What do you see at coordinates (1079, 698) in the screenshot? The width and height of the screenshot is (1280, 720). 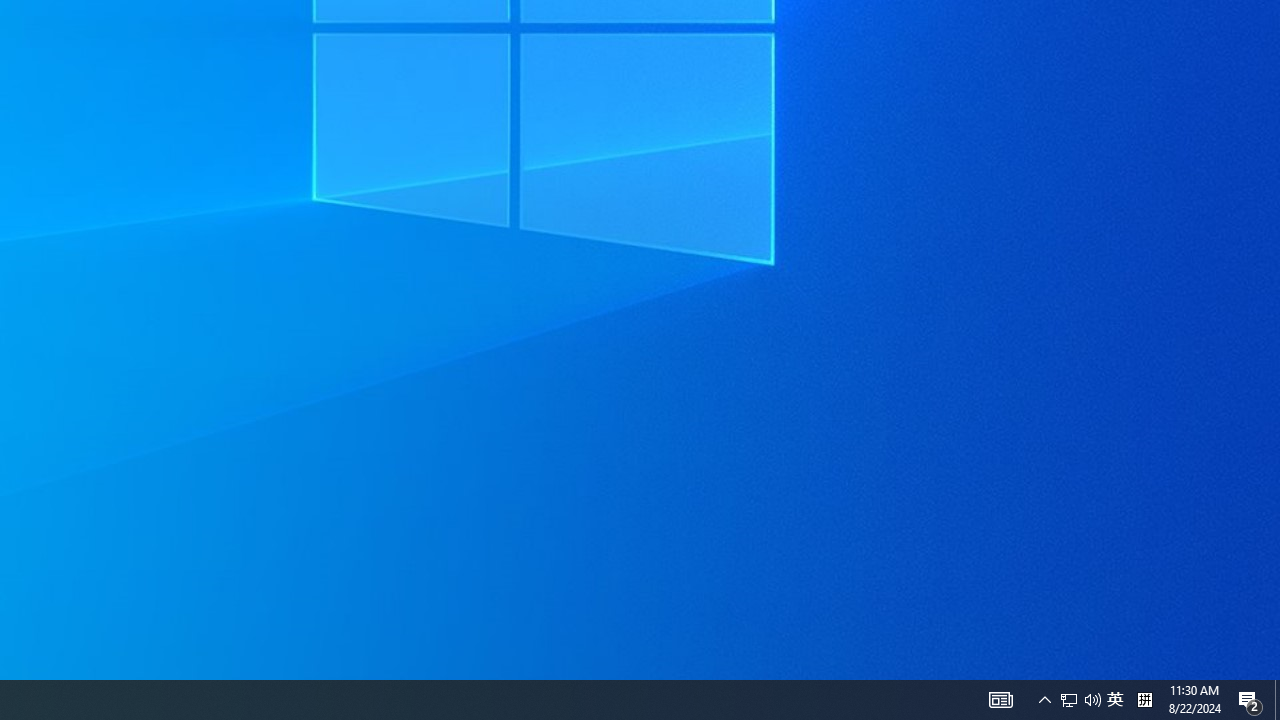 I see `'User Promoted Notification Area'` at bounding box center [1079, 698].